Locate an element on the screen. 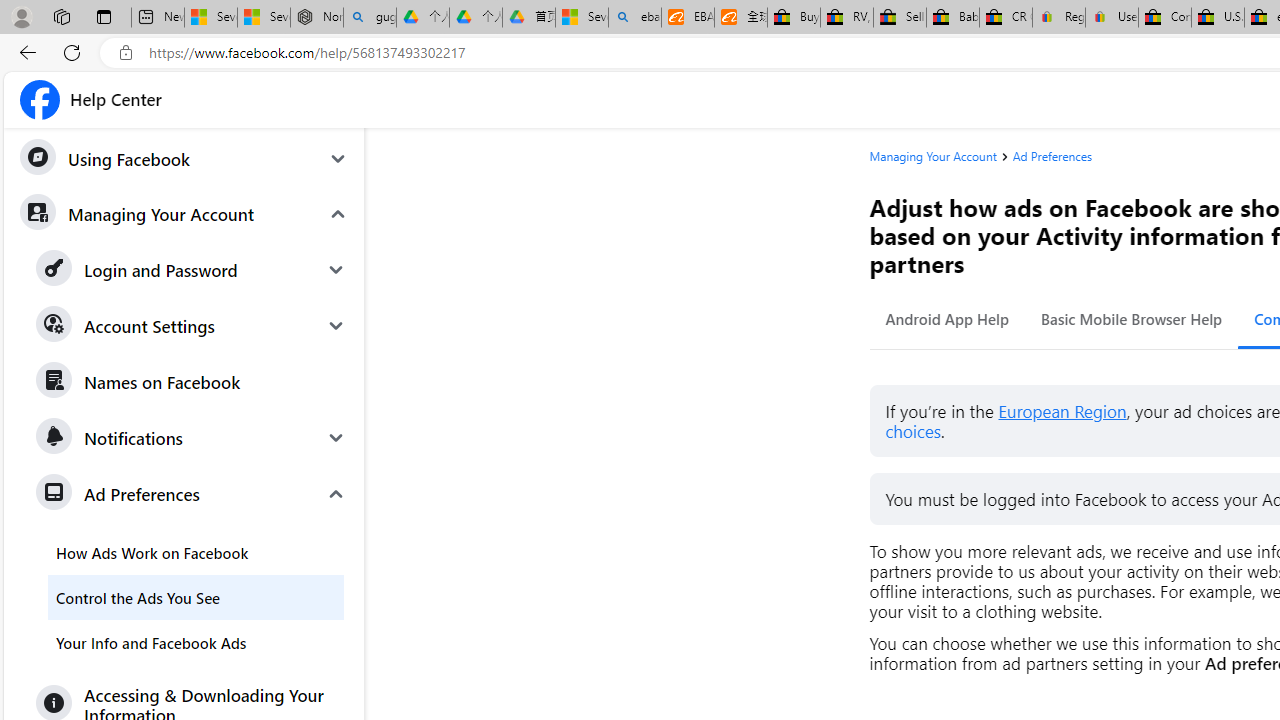 This screenshot has height=720, width=1280. 'European Region' is located at coordinates (1061, 410).